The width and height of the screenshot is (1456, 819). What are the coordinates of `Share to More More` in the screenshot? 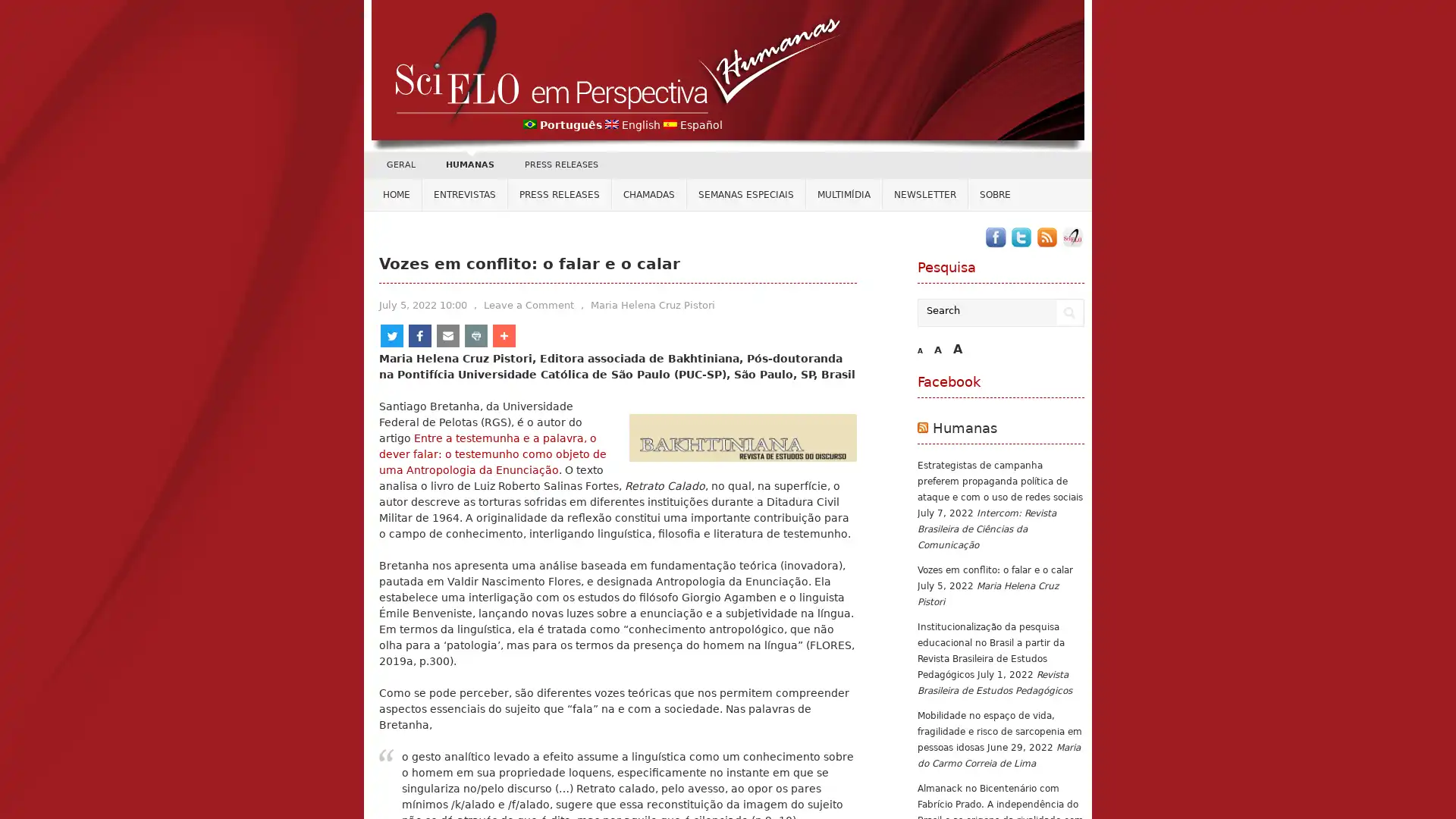 It's located at (683, 335).